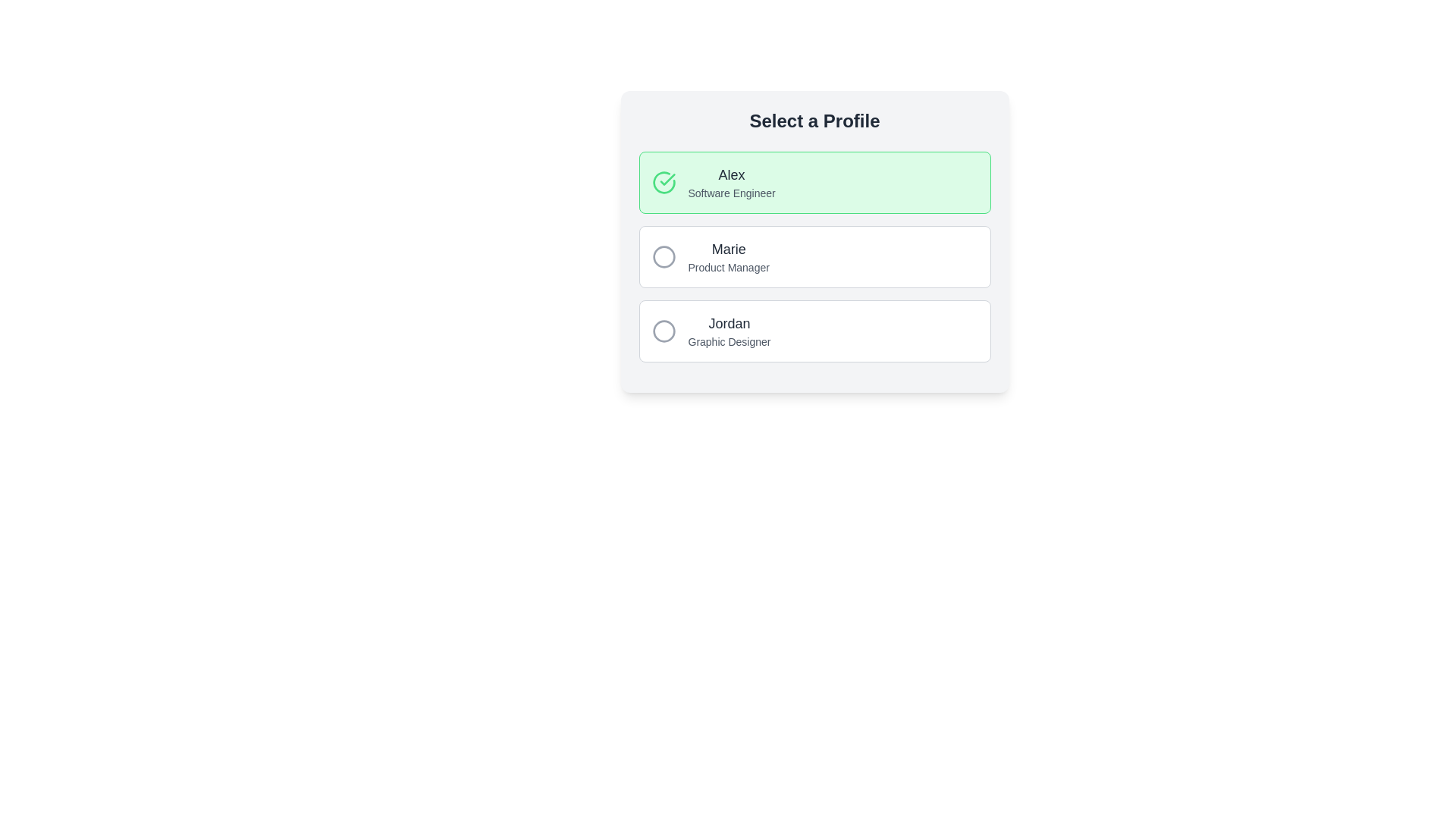 The height and width of the screenshot is (819, 1456). I want to click on the text label that identifies the selected profile 'Alex Software Engineer', located in the light green highlighted box near the top-left corner, above the smaller text 'Software Engineer', so click(732, 174).